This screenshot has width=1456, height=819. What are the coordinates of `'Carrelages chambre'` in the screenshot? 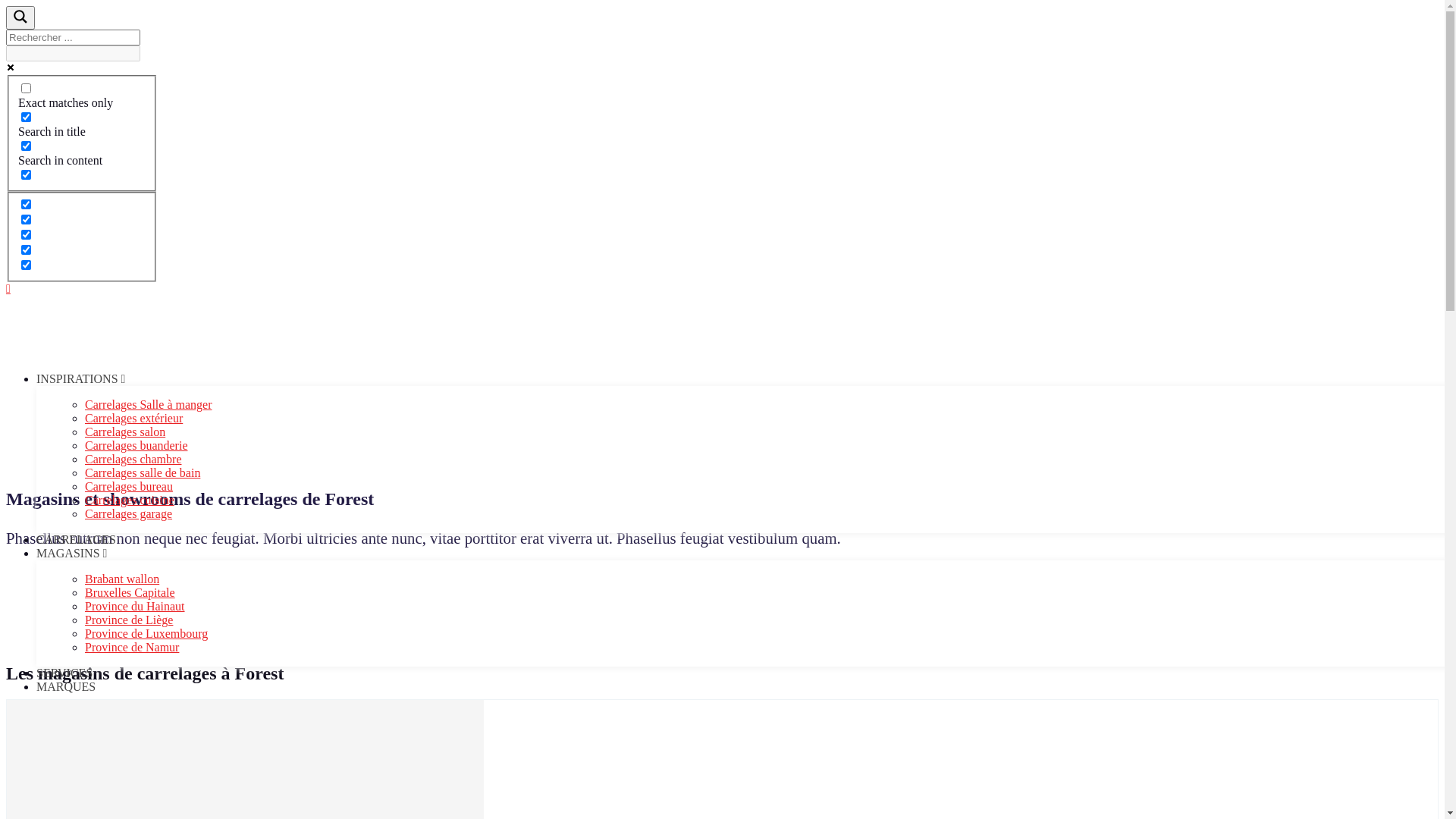 It's located at (83, 458).